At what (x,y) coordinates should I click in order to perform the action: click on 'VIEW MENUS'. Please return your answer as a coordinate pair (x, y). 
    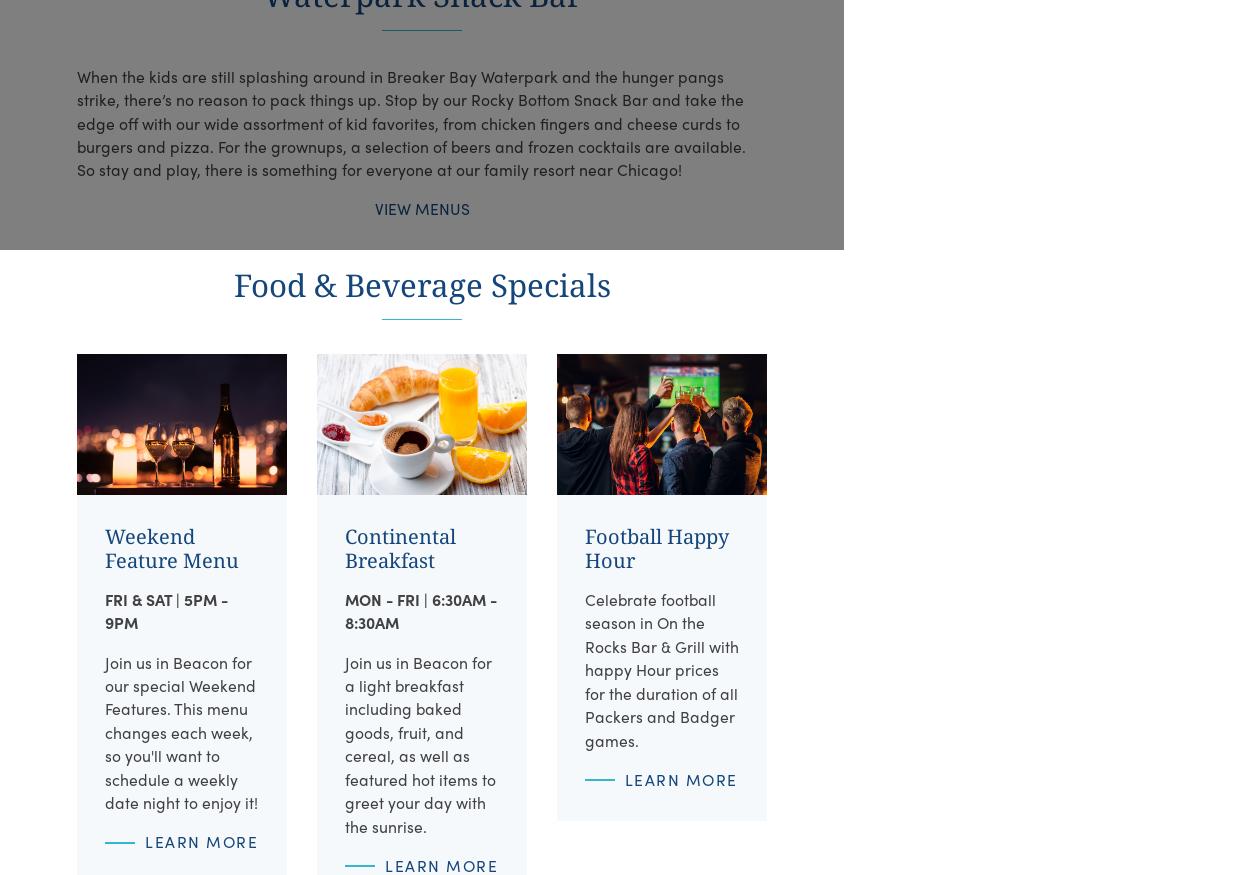
    Looking at the image, I should click on (372, 208).